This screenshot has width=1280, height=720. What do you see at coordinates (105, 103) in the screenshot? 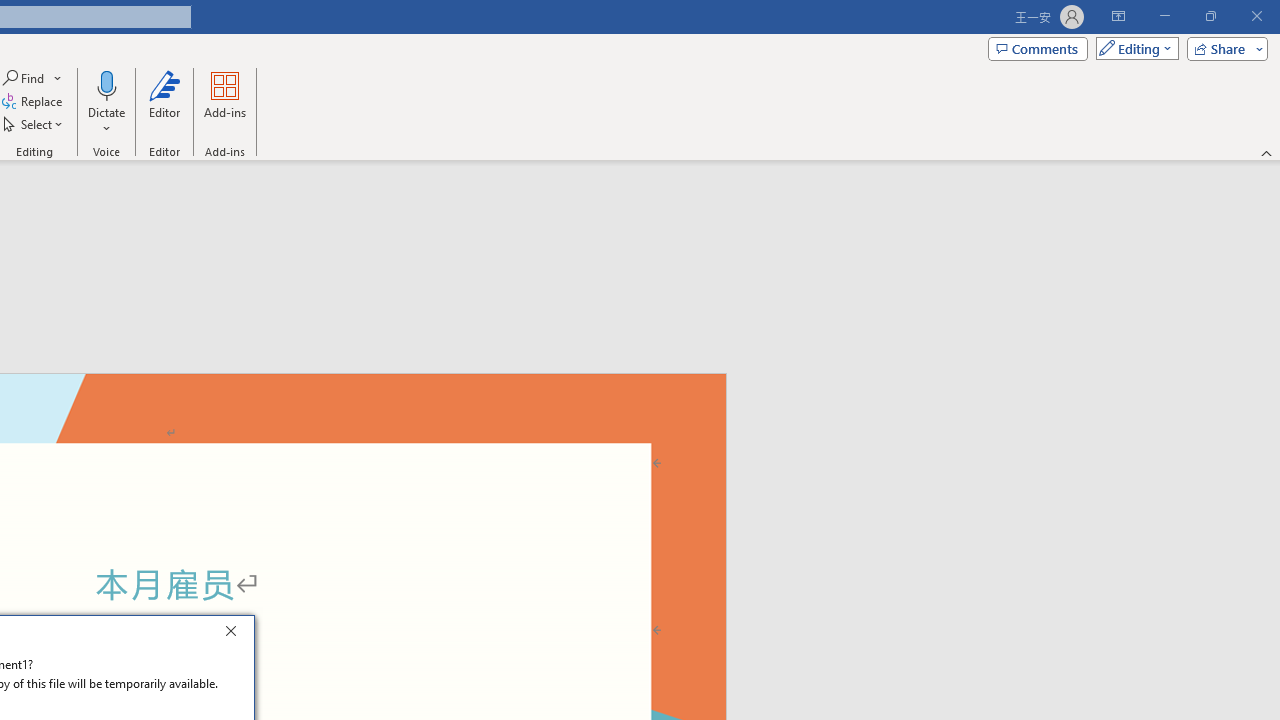
I see `'Dictate'` at bounding box center [105, 103].